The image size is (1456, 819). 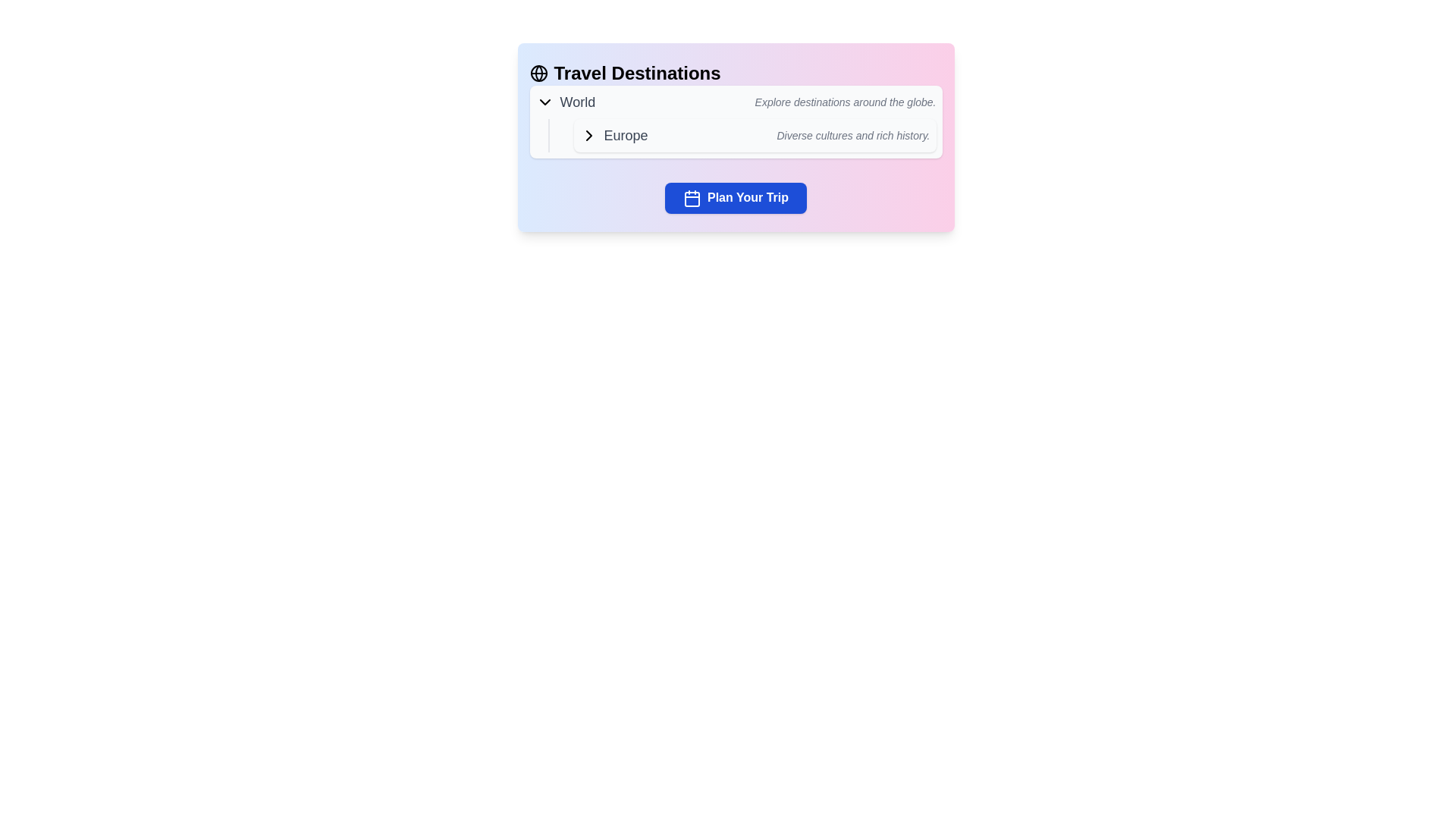 I want to click on the chevron icon located to the left of the 'World' text to observe potential styling changes, so click(x=544, y=102).